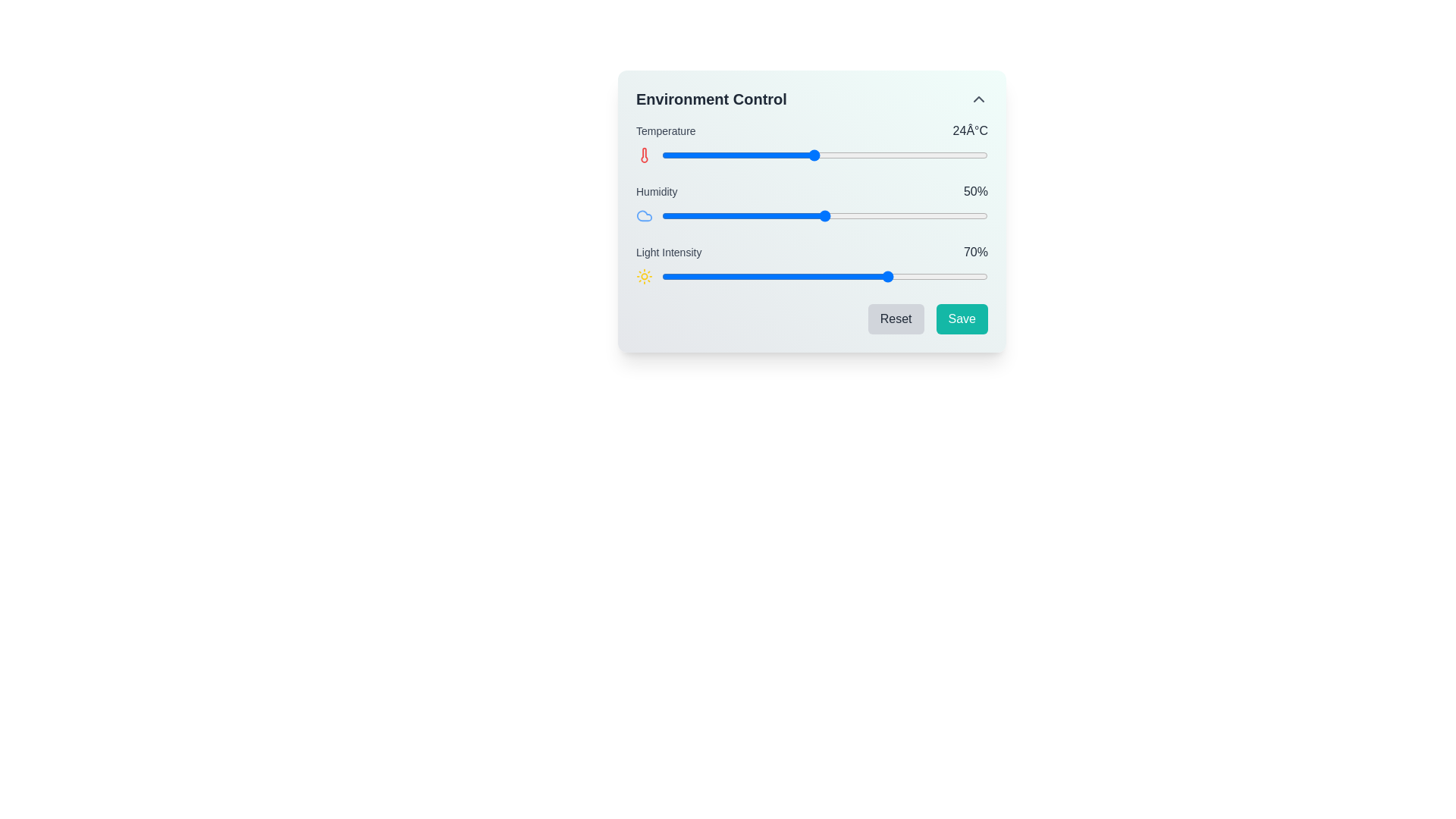  Describe the element at coordinates (922, 216) in the screenshot. I see `the humidity` at that location.